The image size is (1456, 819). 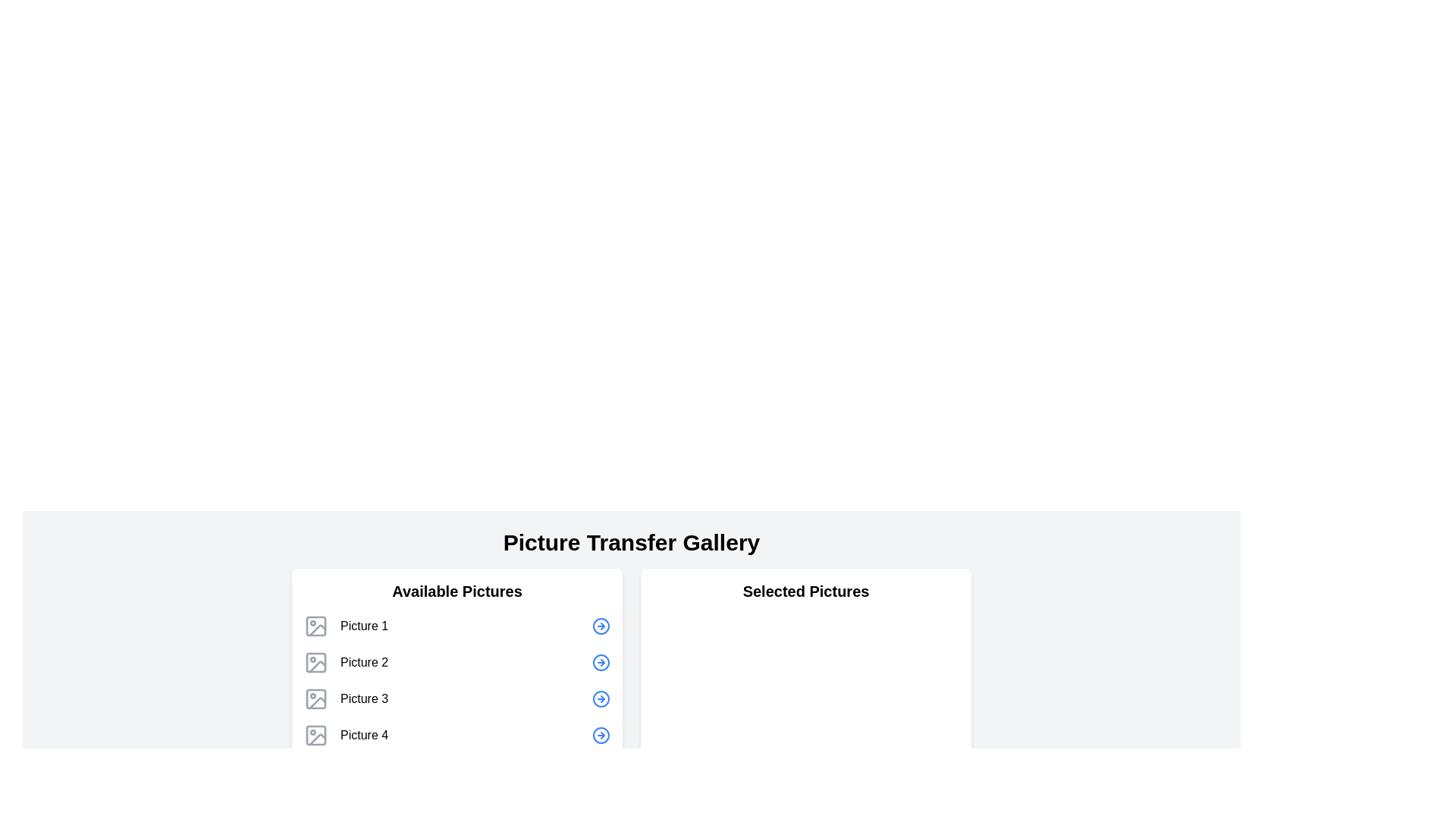 I want to click on the first list item with a label and icon under the 'Available Pictures' section, so click(x=345, y=626).